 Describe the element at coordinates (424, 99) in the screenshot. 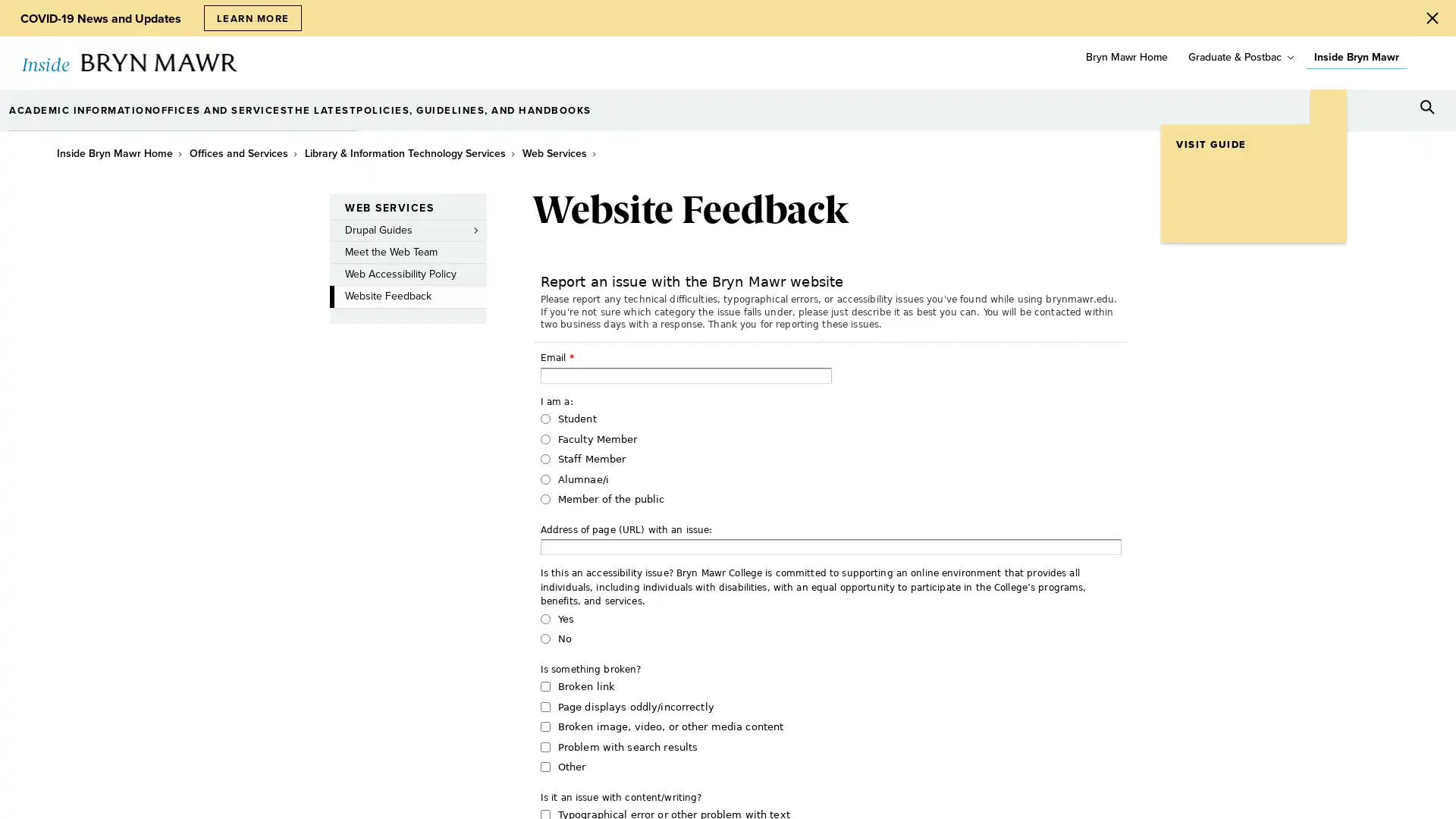

I see `toggle submenu` at that location.